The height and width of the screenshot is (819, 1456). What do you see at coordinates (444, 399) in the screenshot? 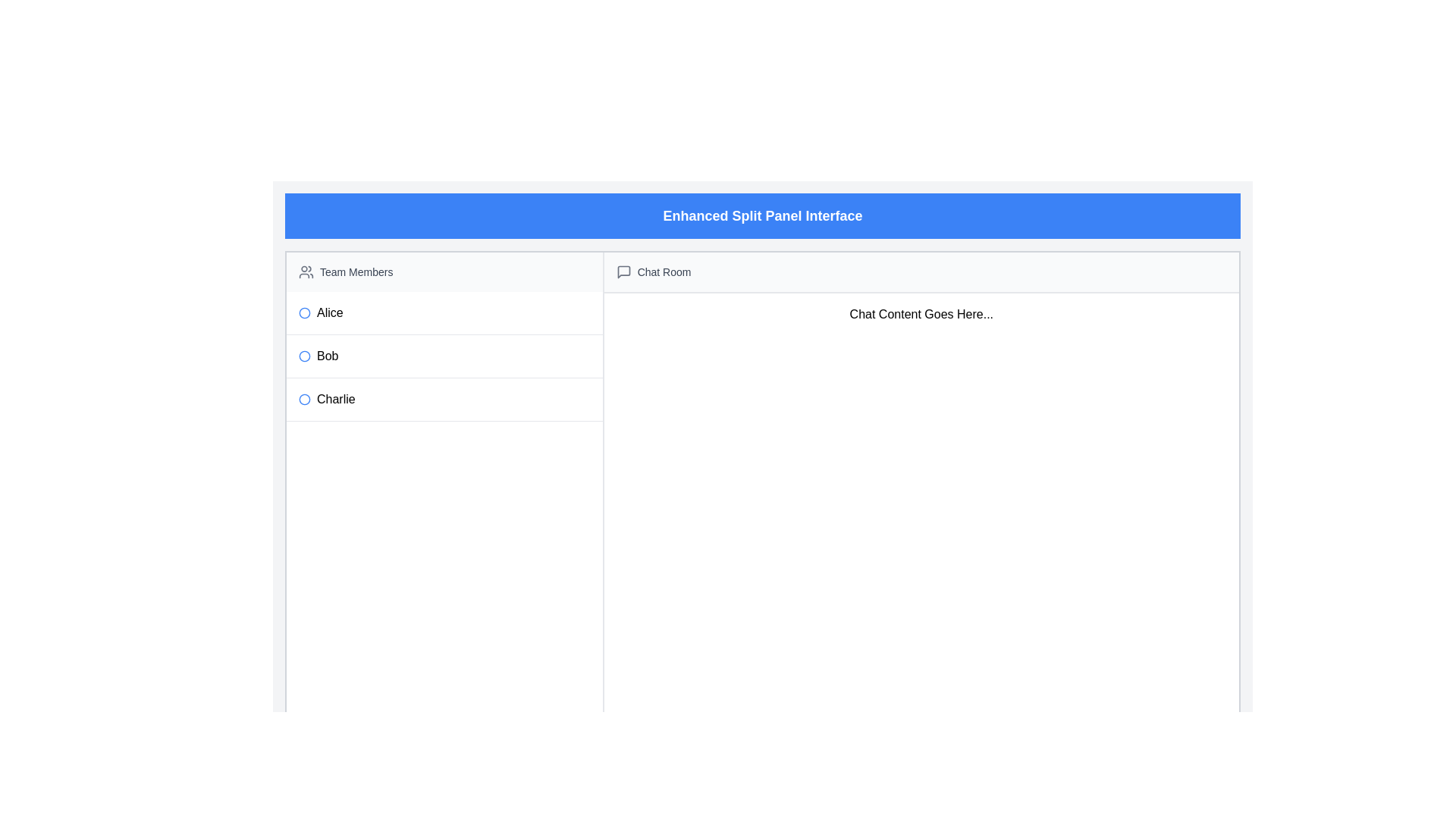
I see `the third list item in the vertical list on the left panel` at bounding box center [444, 399].